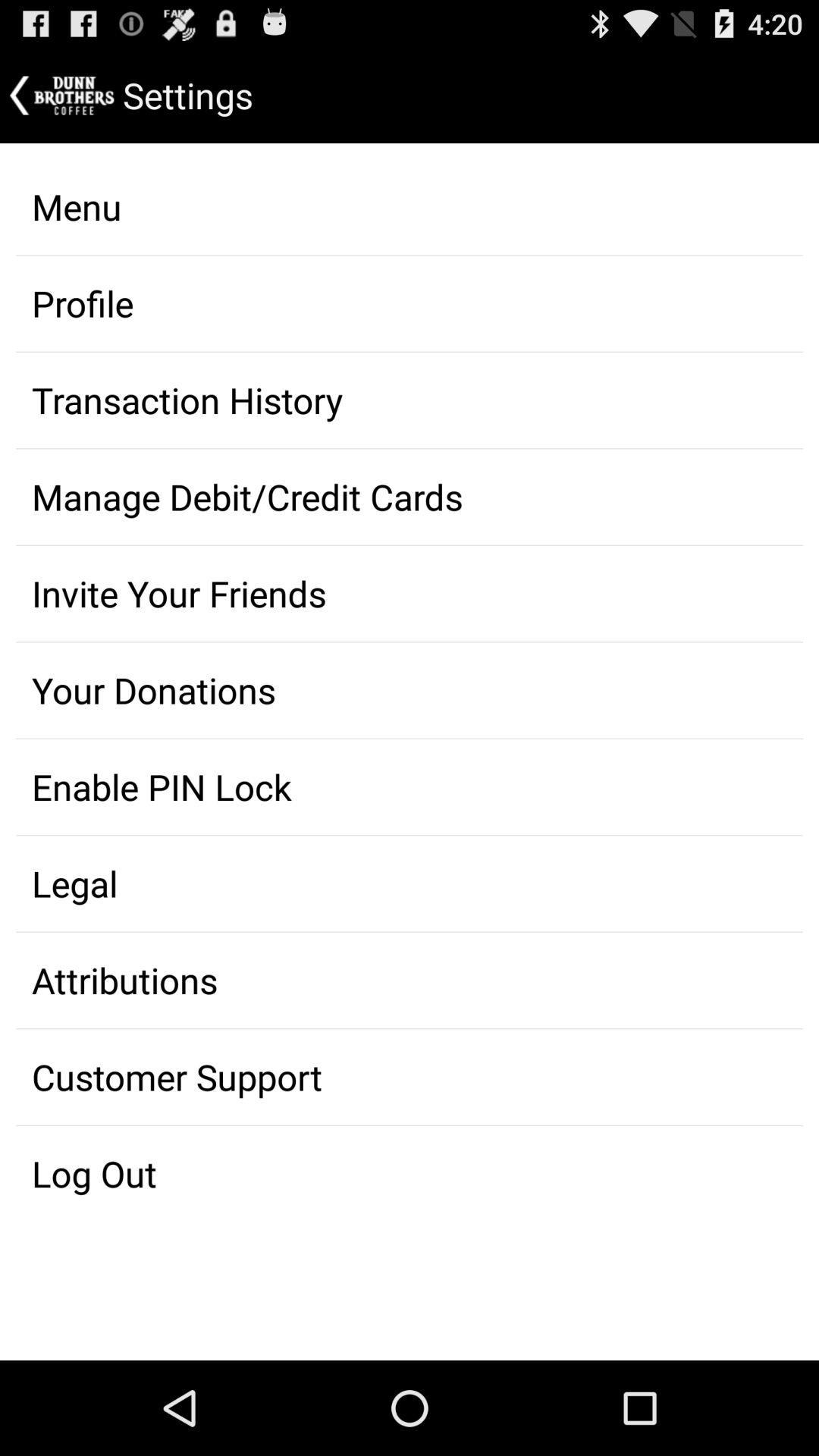 This screenshot has height=1456, width=819. Describe the element at coordinates (409, 400) in the screenshot. I see `transaction history item` at that location.